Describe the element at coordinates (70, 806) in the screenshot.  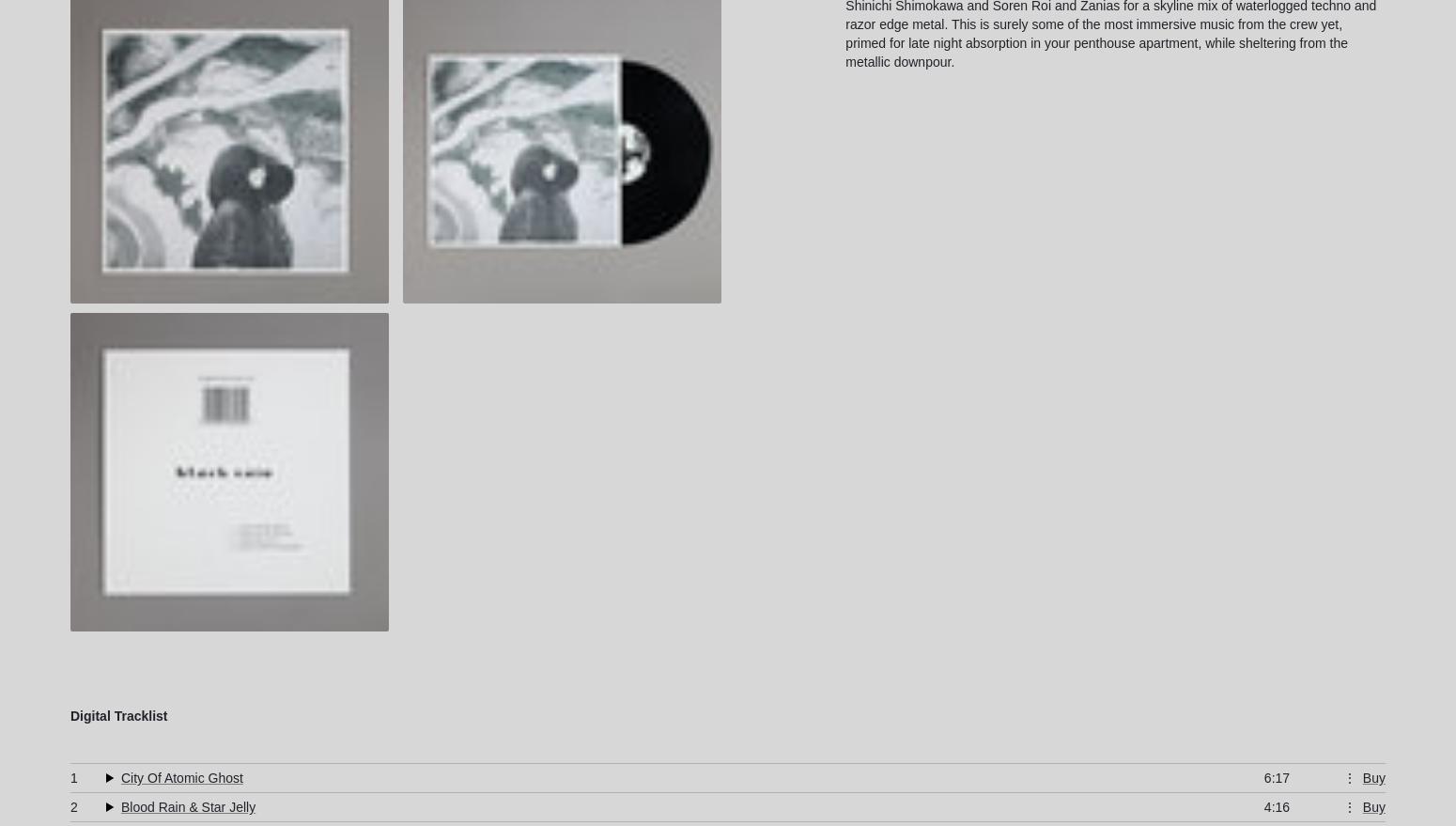
I see `'2'` at that location.